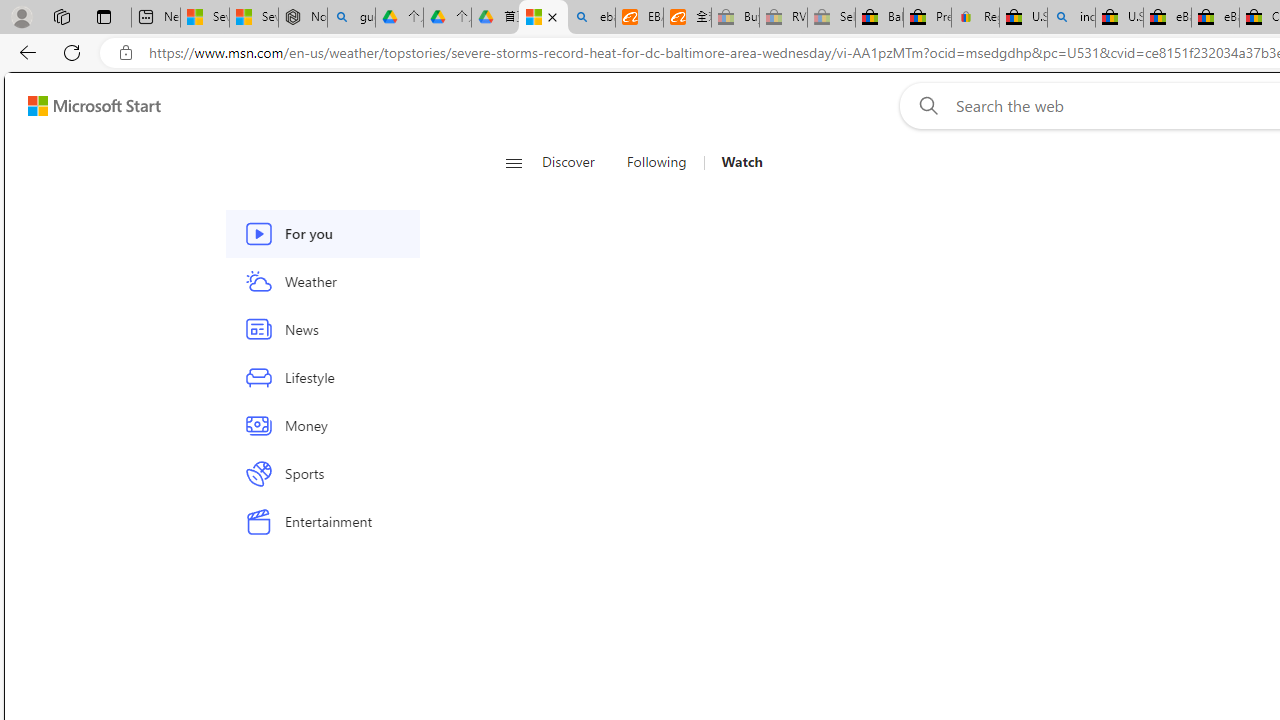  Describe the element at coordinates (831, 17) in the screenshot. I see `'Sell worldwide with eBay - Sleeping'` at that location.